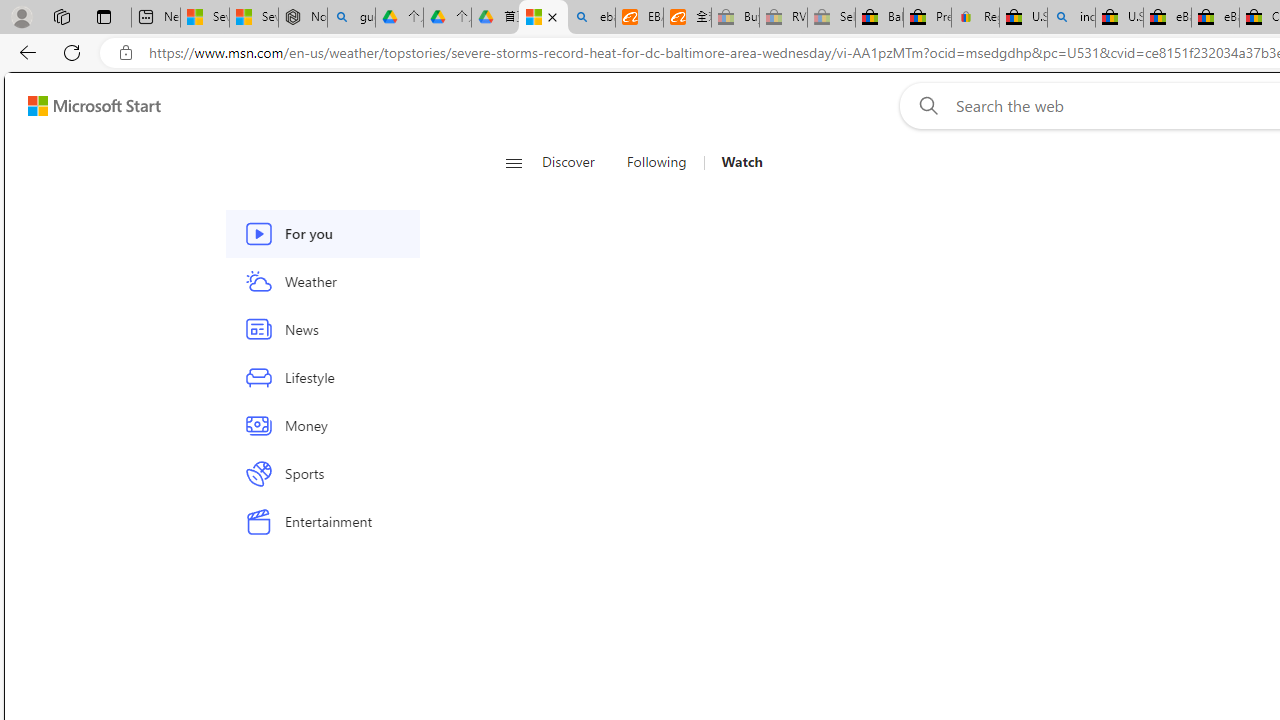  Describe the element at coordinates (831, 17) in the screenshot. I see `'Sell worldwide with eBay - Sleeping'` at that location.